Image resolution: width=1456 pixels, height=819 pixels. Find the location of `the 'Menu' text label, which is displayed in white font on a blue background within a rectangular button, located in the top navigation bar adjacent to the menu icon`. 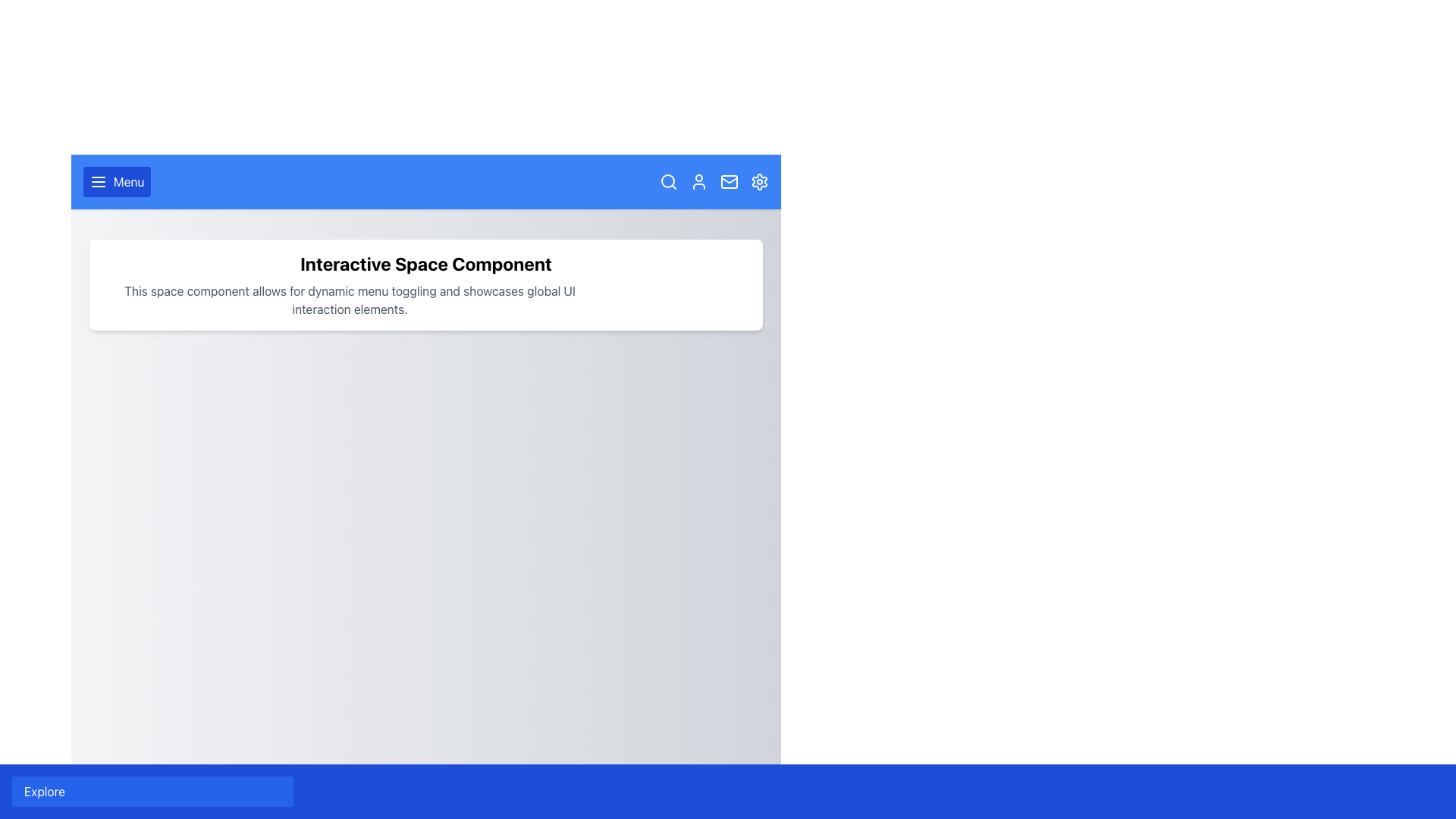

the 'Menu' text label, which is displayed in white font on a blue background within a rectangular button, located in the top navigation bar adjacent to the menu icon is located at coordinates (129, 180).